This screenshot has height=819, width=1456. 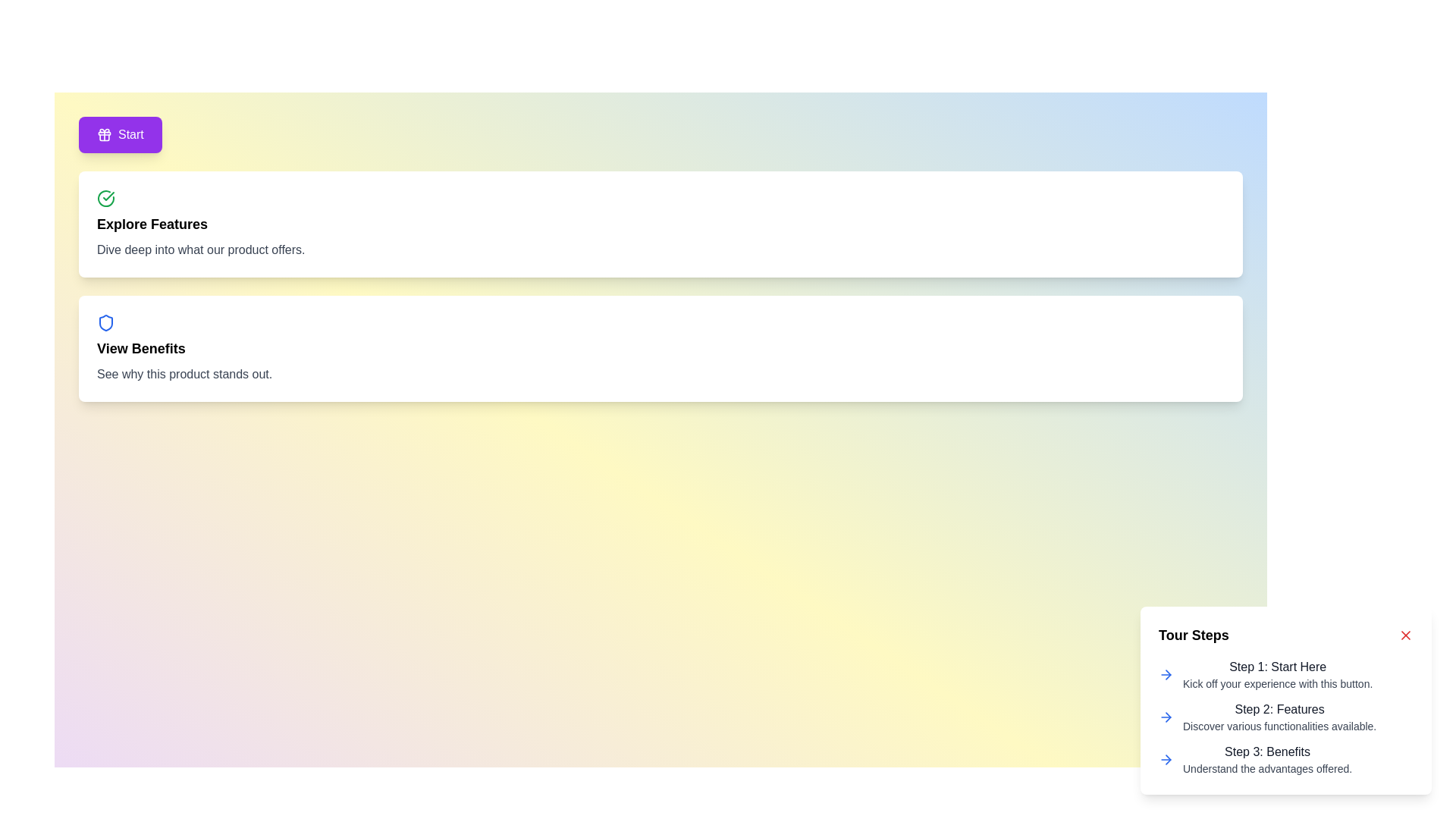 What do you see at coordinates (1165, 717) in the screenshot?
I see `the rightward arrow icon, which is blue and outlined, located to the left of the text 'Step 2: Features' in the Tour Steps component` at bounding box center [1165, 717].